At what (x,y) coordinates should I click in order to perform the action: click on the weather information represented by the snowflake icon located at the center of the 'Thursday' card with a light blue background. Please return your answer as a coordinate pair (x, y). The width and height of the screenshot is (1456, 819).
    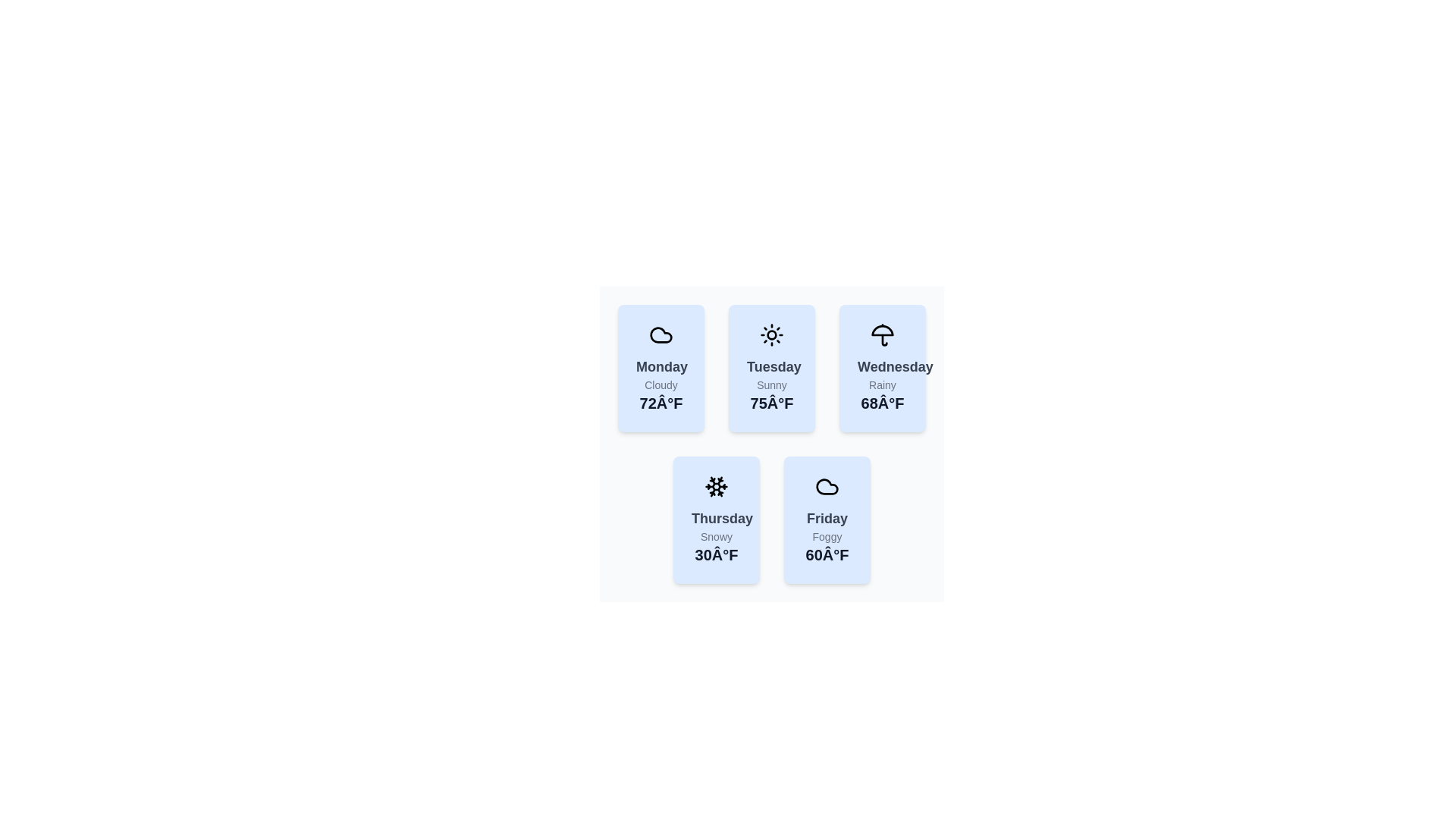
    Looking at the image, I should click on (716, 486).